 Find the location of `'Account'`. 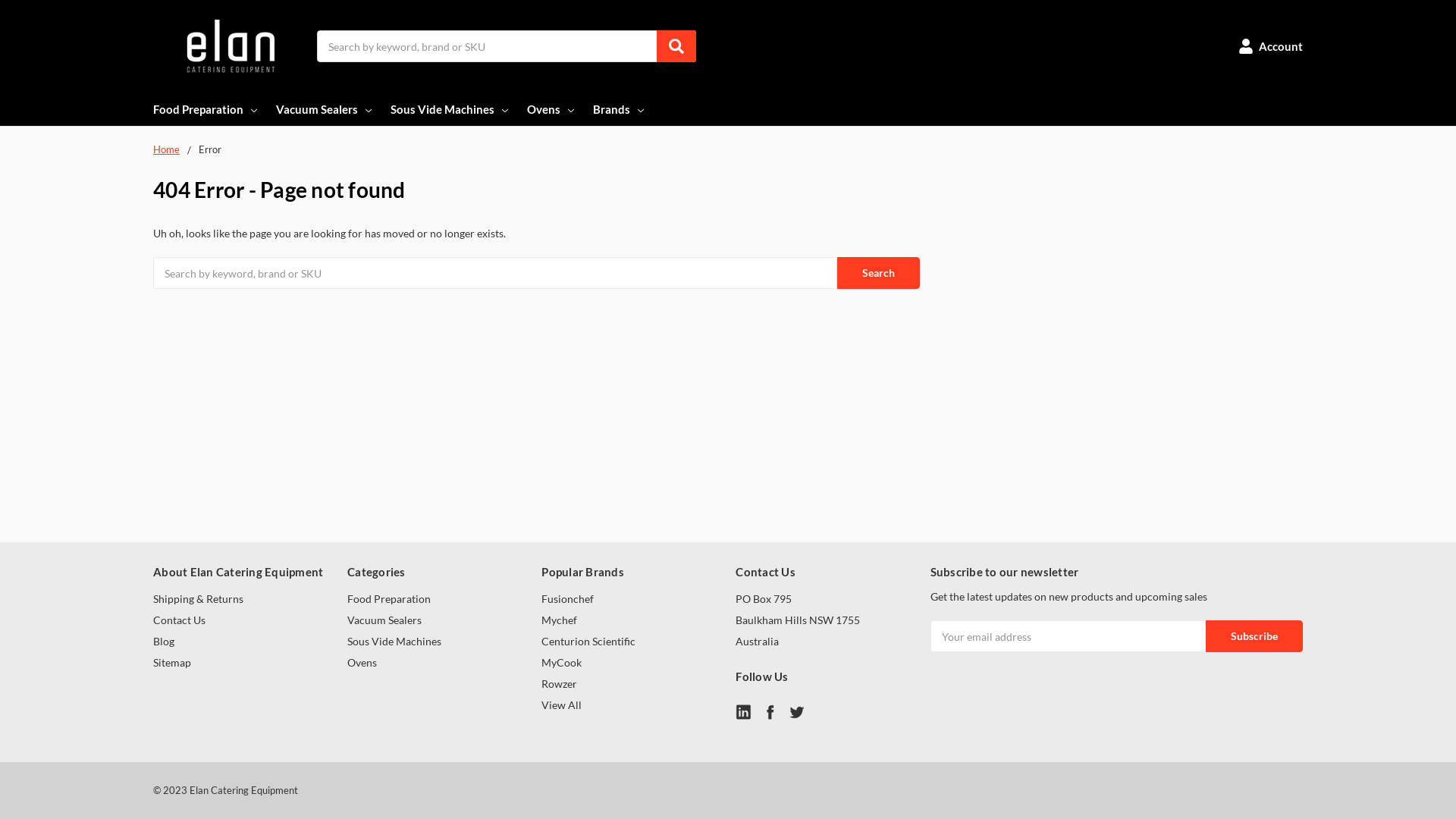

'Account' is located at coordinates (1270, 45).